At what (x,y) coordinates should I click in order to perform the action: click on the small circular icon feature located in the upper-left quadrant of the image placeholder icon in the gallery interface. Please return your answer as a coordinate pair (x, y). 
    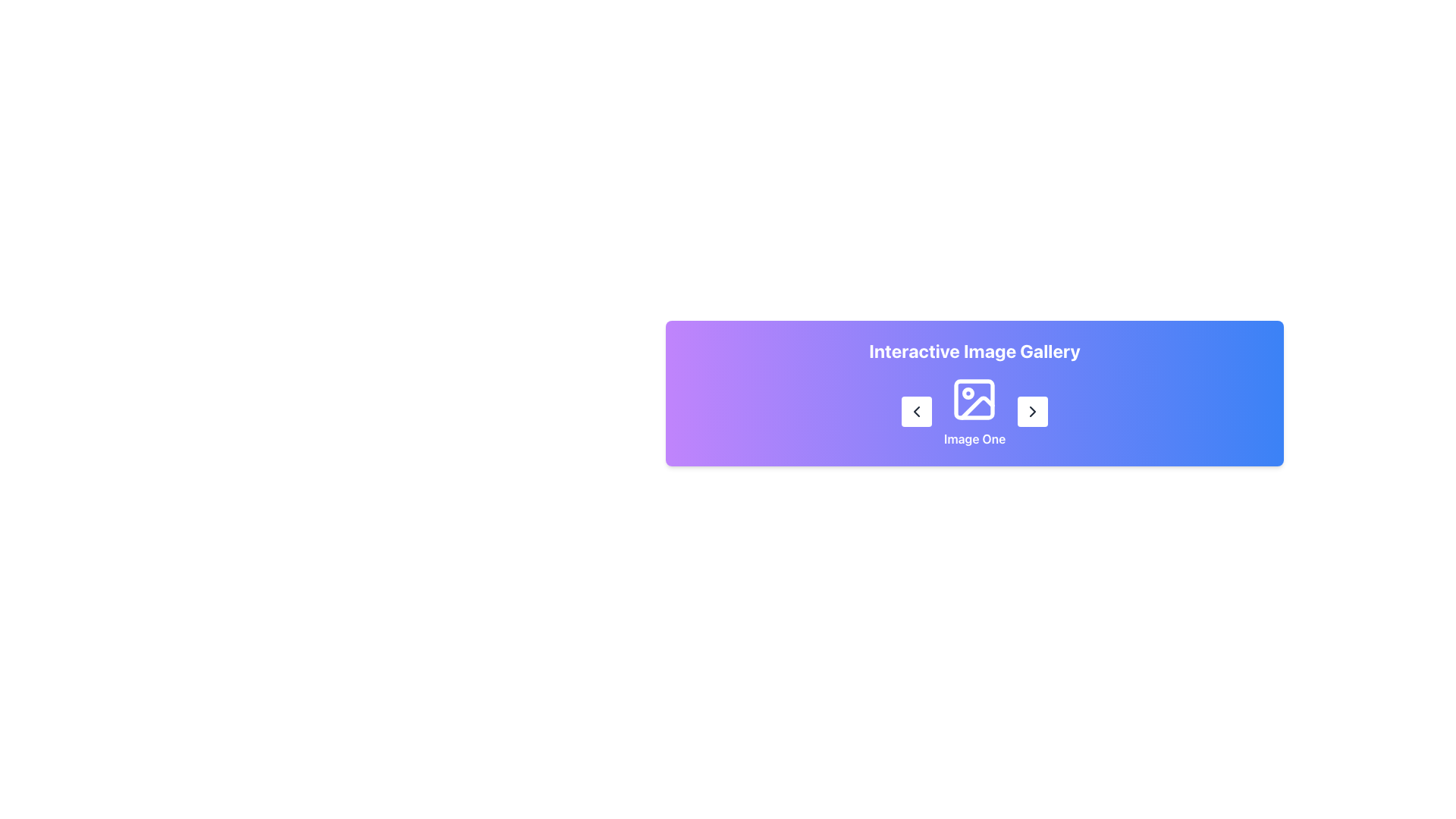
    Looking at the image, I should click on (968, 393).